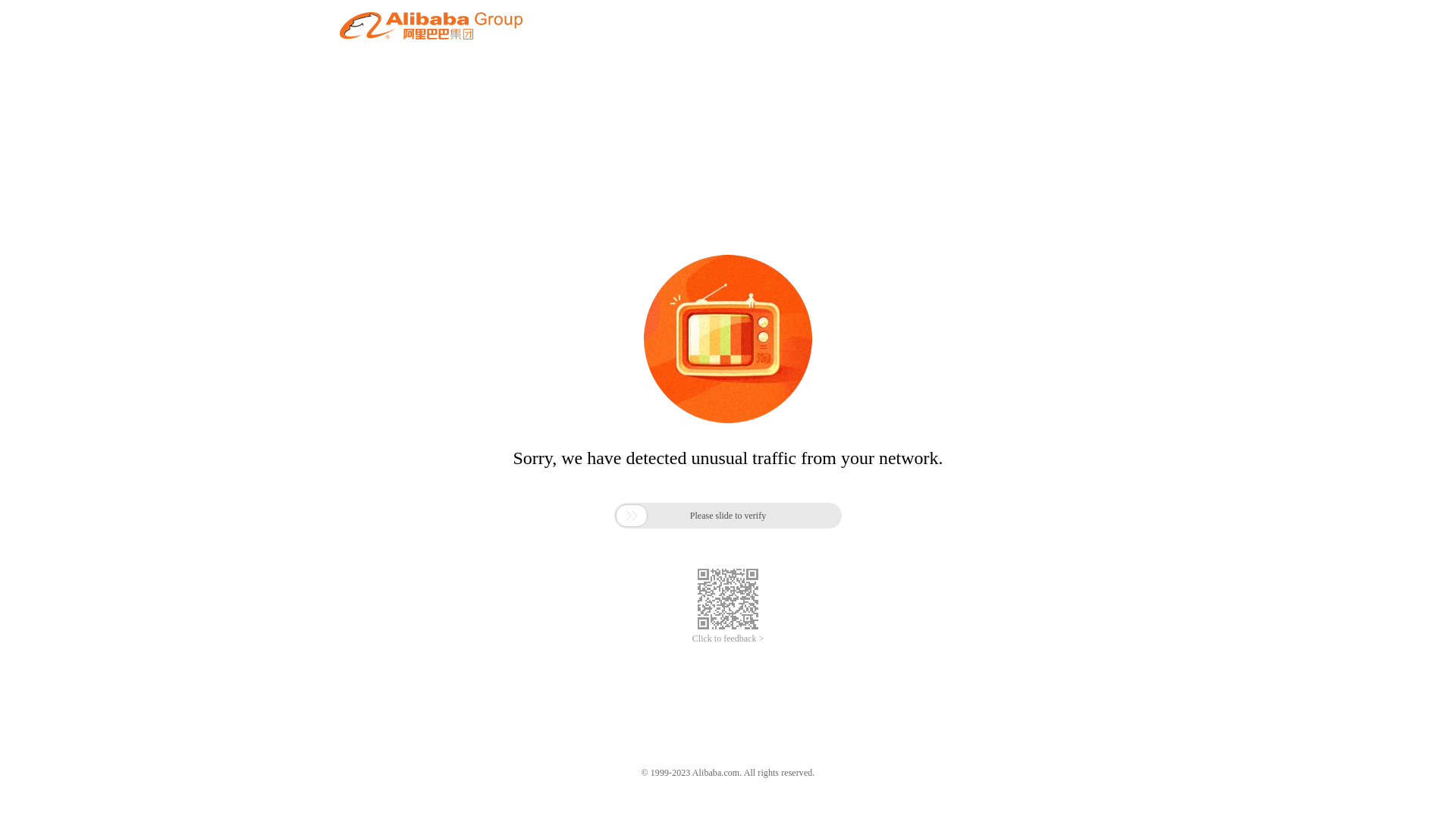 The height and width of the screenshot is (819, 1456). Describe the element at coordinates (691, 639) in the screenshot. I see `'Click to feedback >'` at that location.